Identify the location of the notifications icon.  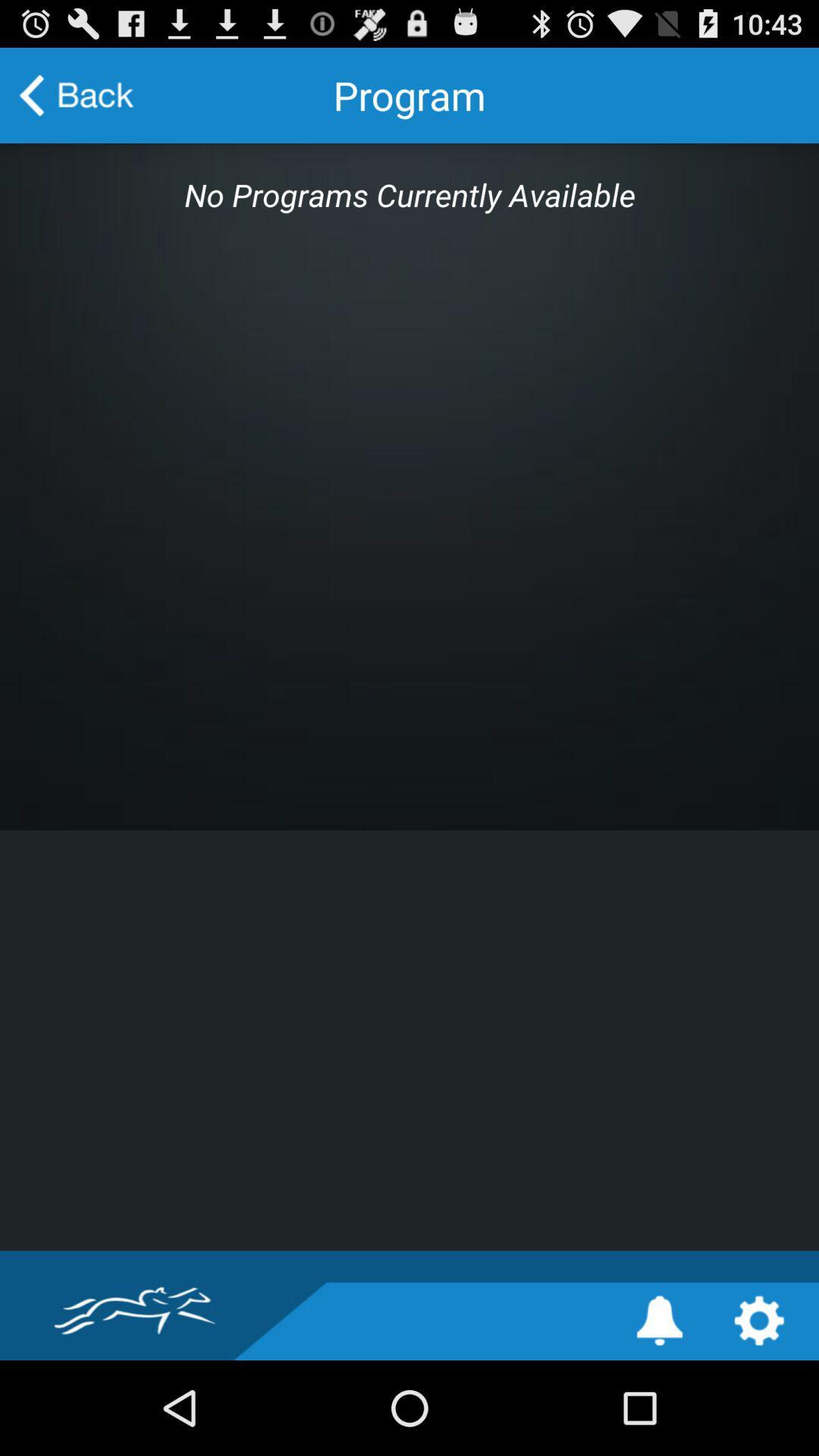
(659, 1412).